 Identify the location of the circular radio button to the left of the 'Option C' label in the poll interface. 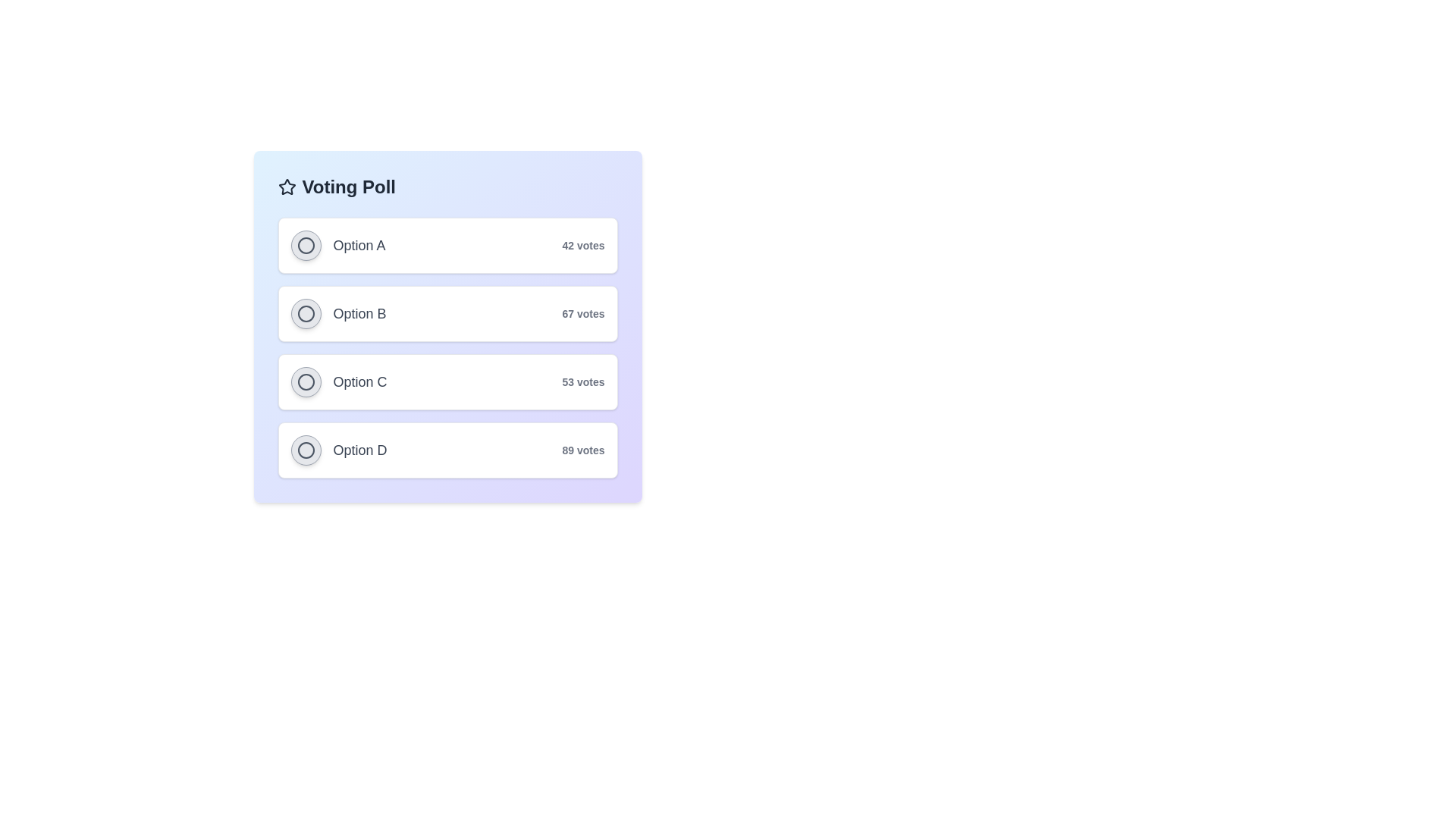
(305, 381).